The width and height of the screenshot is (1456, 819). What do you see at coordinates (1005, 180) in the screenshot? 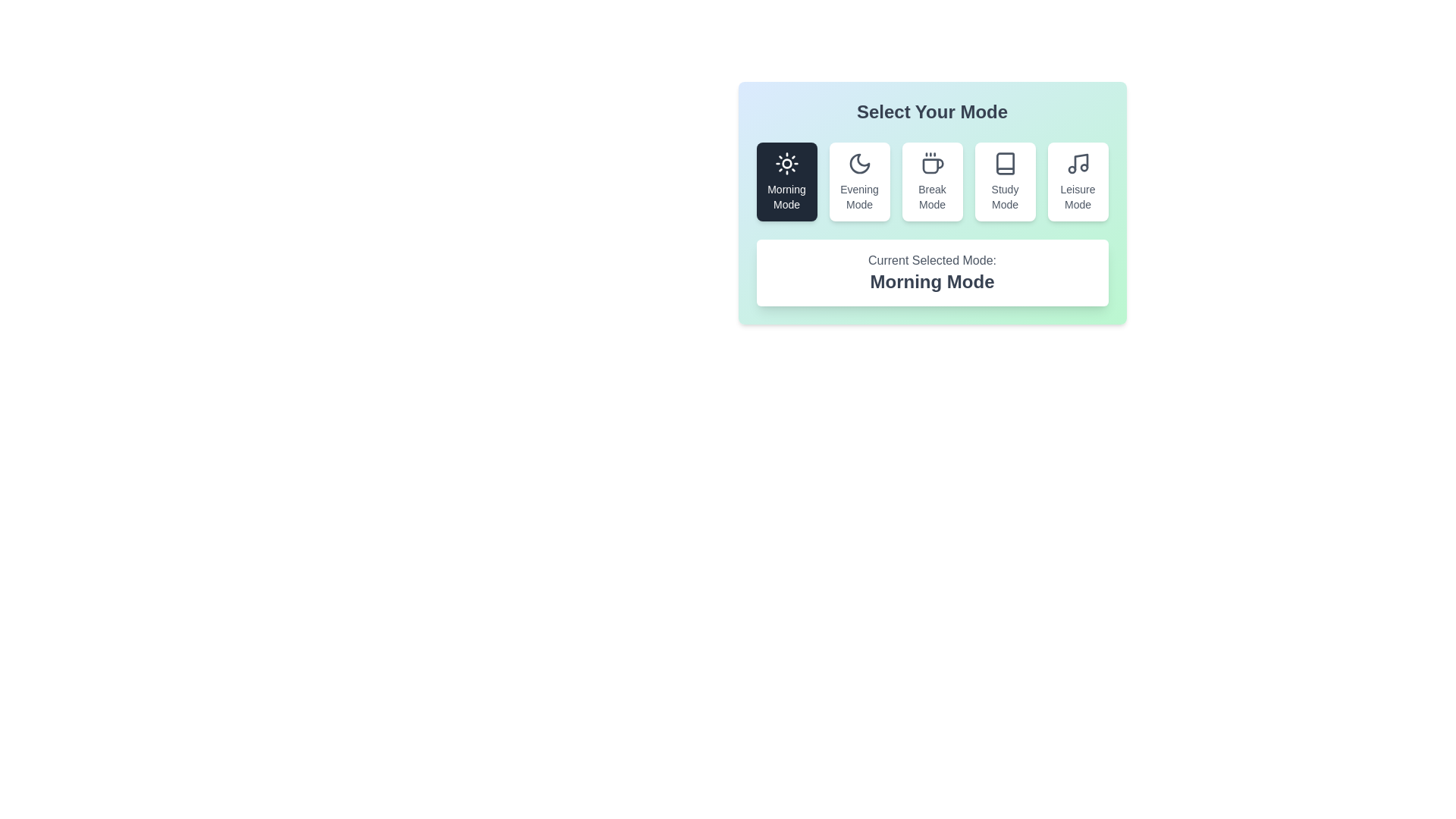
I see `the button corresponding to the mode Study Mode` at bounding box center [1005, 180].